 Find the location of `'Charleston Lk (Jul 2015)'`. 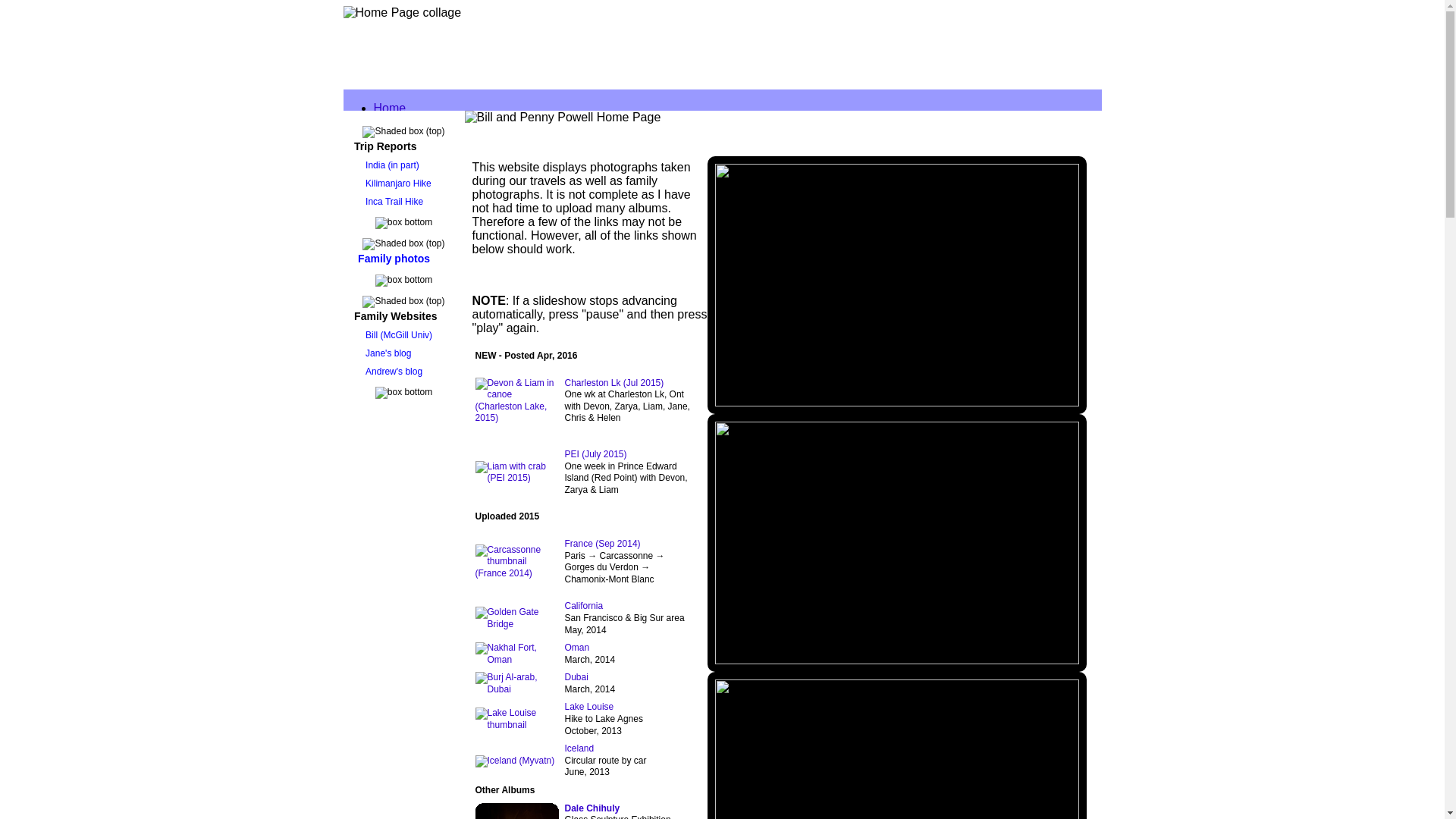

'Charleston Lk (Jul 2015)' is located at coordinates (613, 382).